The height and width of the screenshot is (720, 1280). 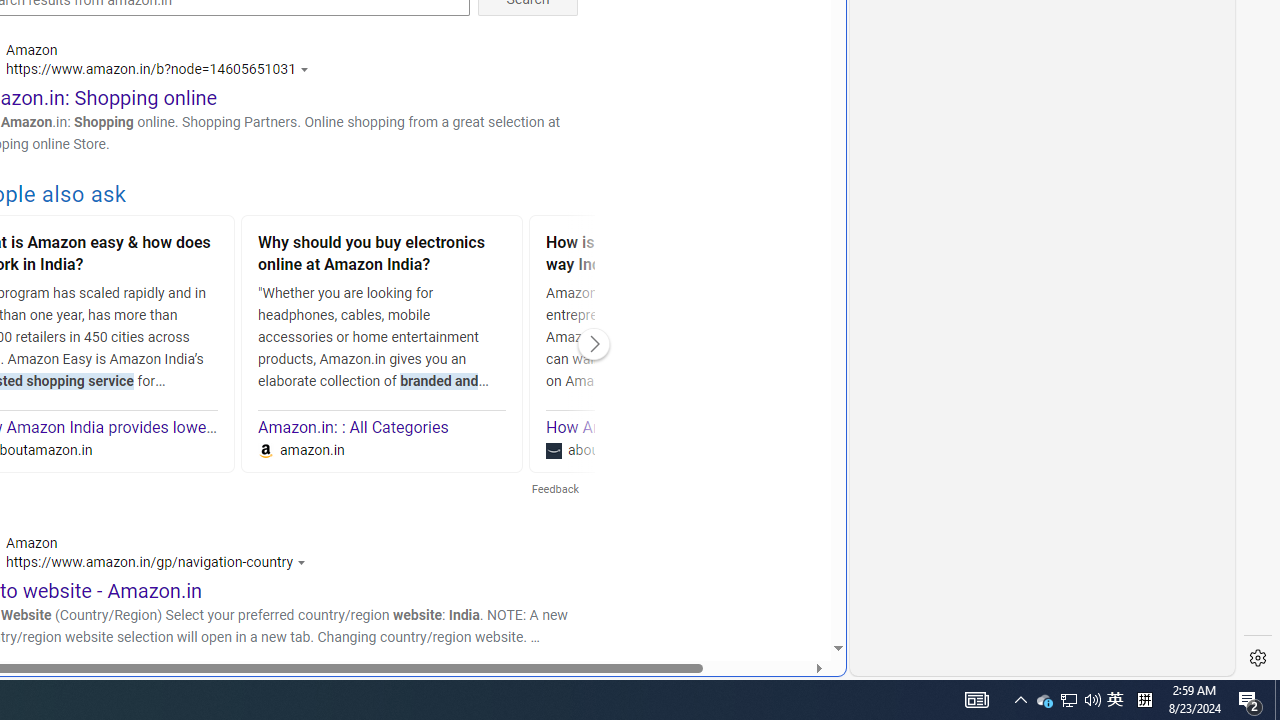 I want to click on 'How is Amazon easy changing the way India buys?', so click(x=670, y=255).